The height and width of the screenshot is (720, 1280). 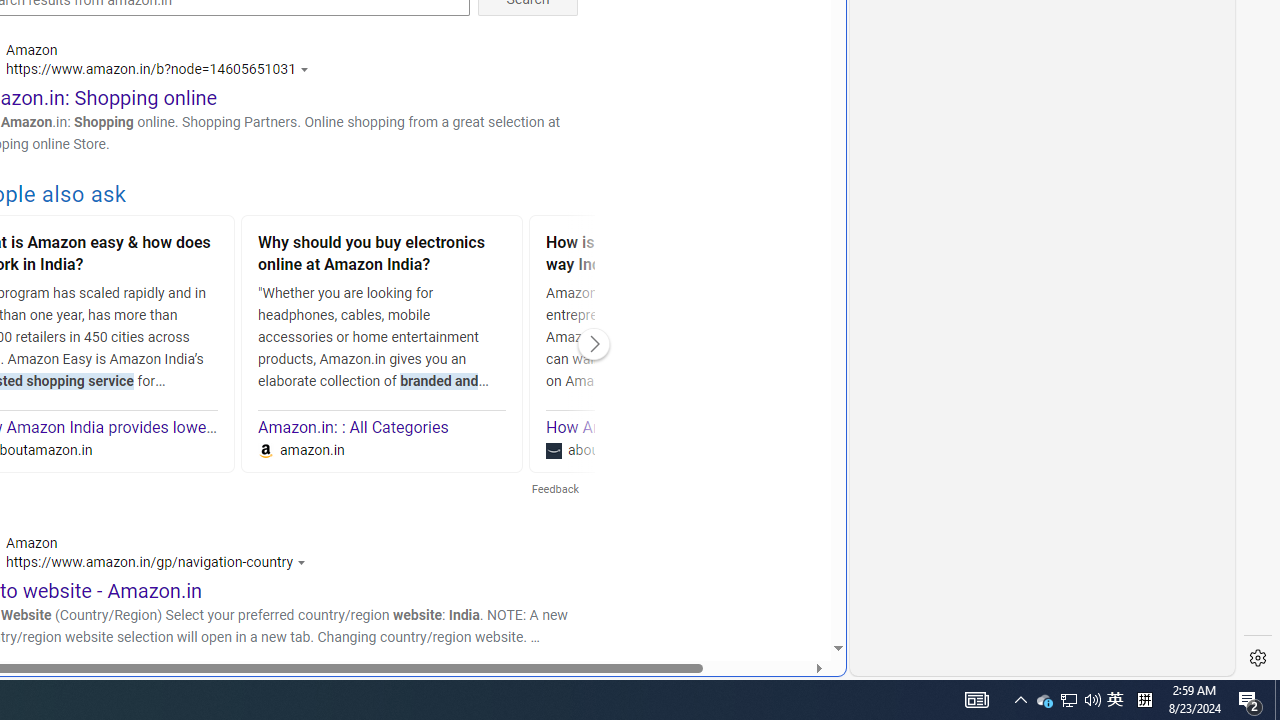 I want to click on 'How is Amazon easy changing the way India buys?', so click(x=670, y=255).